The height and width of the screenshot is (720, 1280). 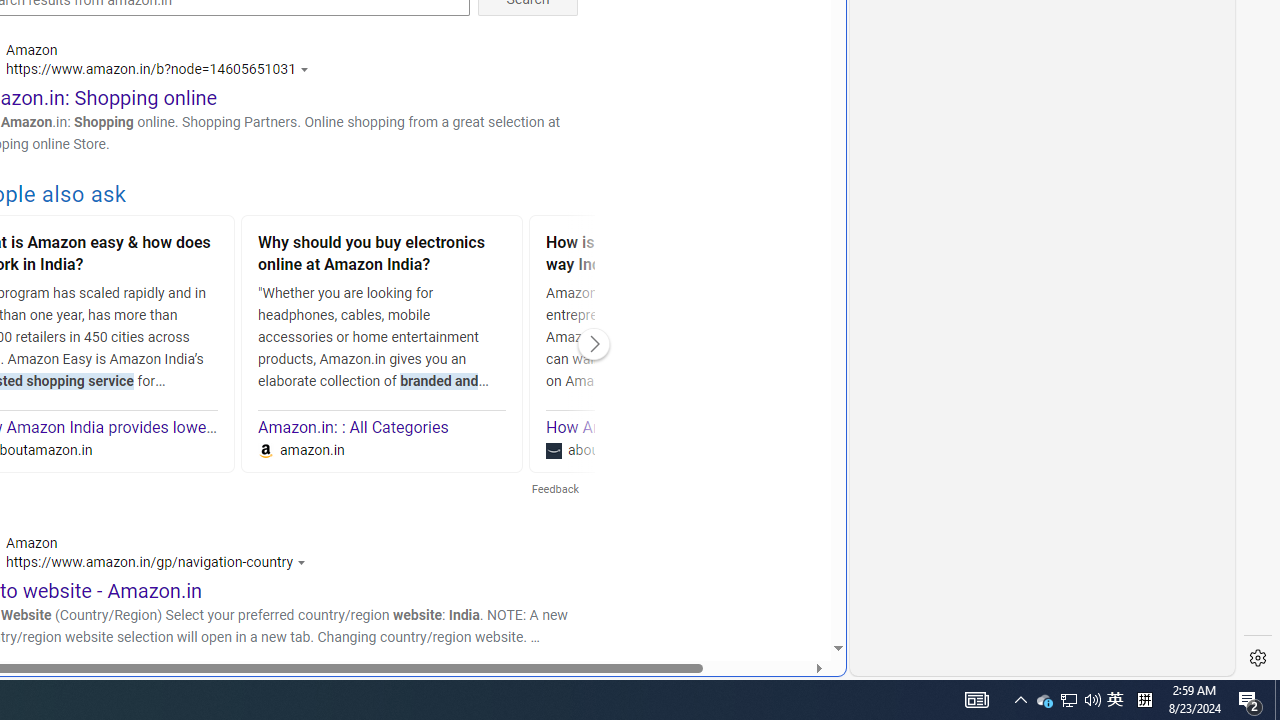 I want to click on 'How is Amazon easy changing the way India buys?', so click(x=670, y=255).